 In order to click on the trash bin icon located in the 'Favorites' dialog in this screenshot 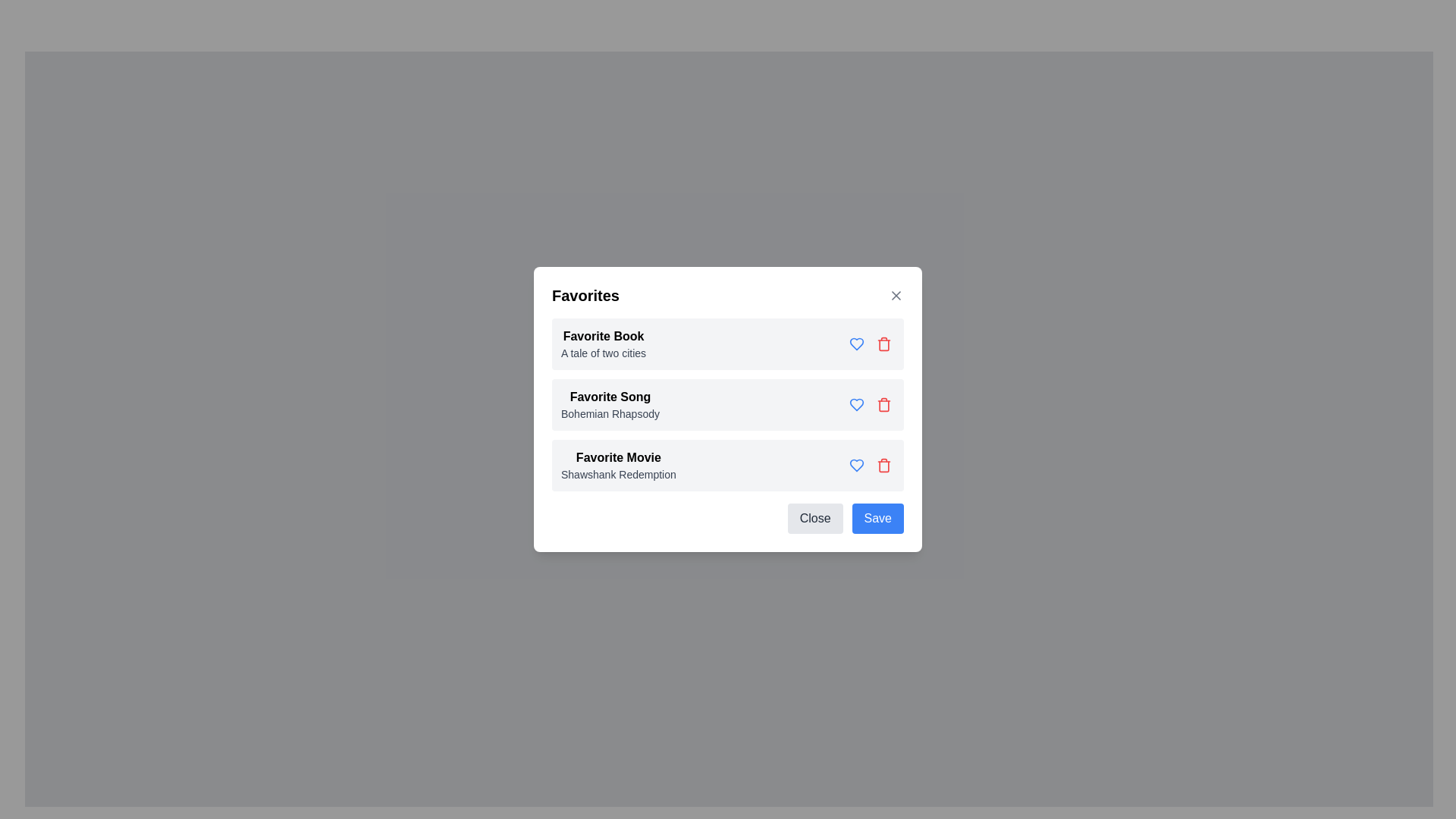, I will do `click(884, 405)`.